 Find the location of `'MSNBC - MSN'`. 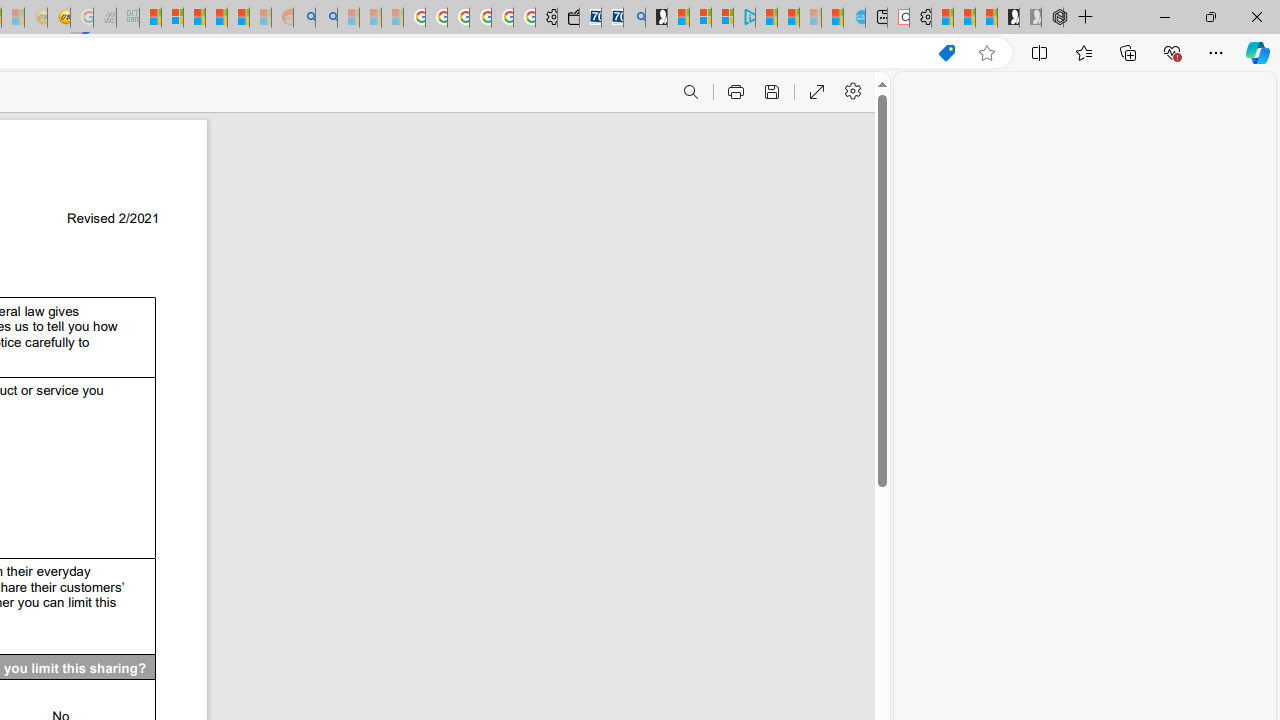

'MSNBC - MSN' is located at coordinates (149, 17).